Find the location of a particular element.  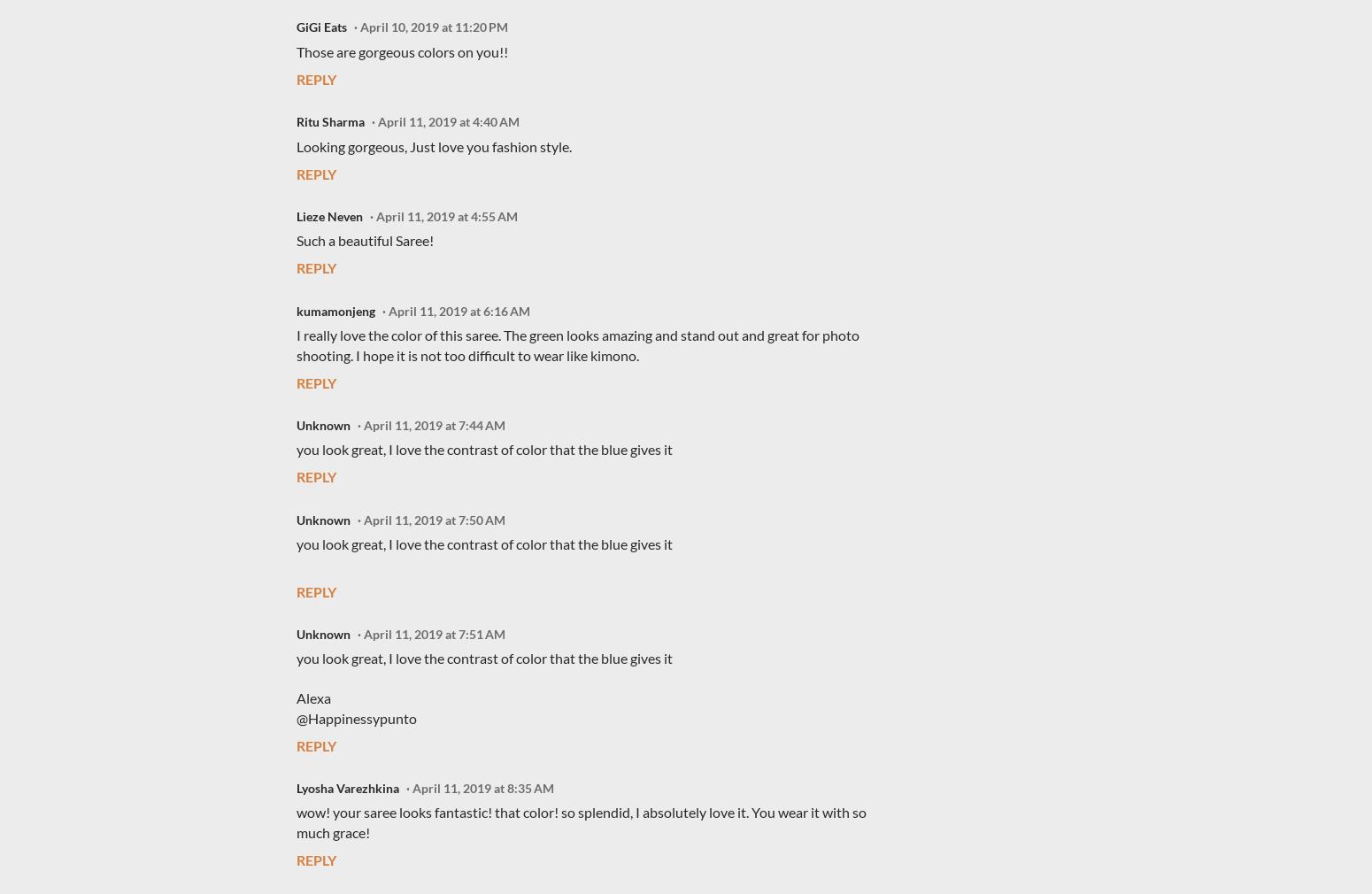

'April 10, 2019 at 11:20 PM' is located at coordinates (433, 26).